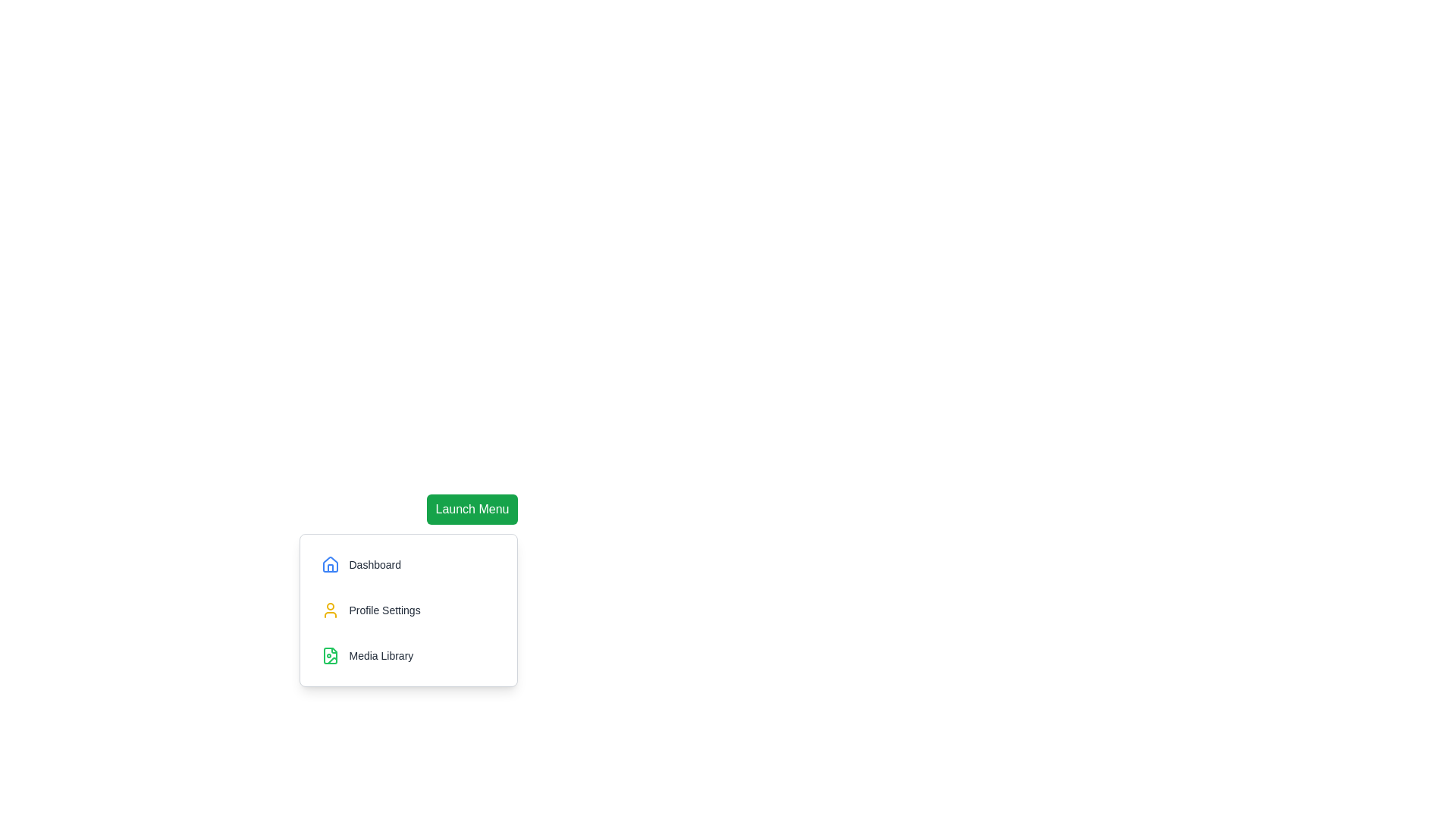  I want to click on the 'Dashboard' text element, which is displayed in a small, gray font and located to the right of a blue house icon in the vertical menu, so click(375, 564).